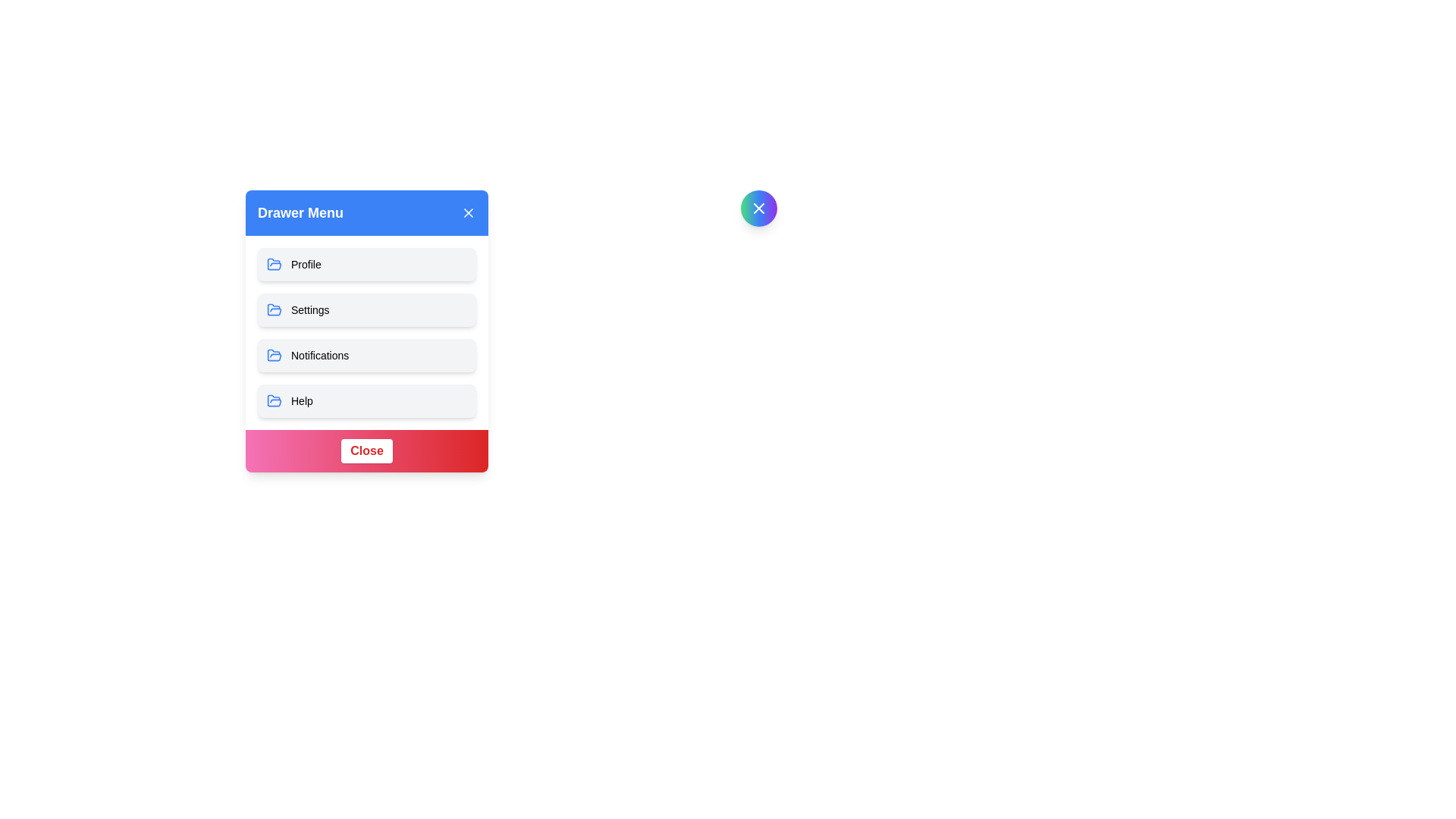  What do you see at coordinates (274, 356) in the screenshot?
I see `the blue folder icon located to the left of the 'Notifications' item in the drawer menu options` at bounding box center [274, 356].